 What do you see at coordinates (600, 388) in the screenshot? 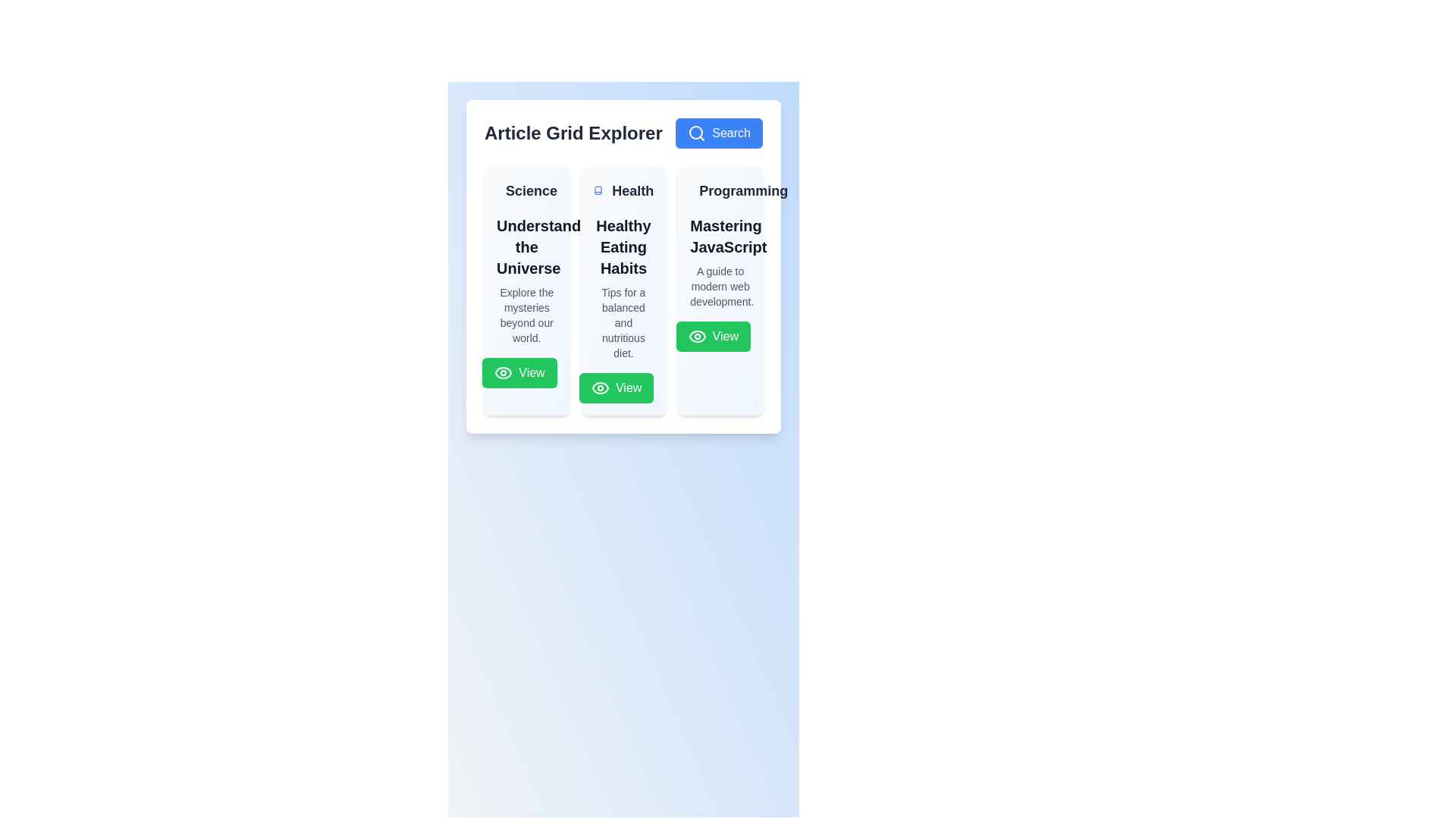
I see `outer frame of the eye icon SVG graphic element using developer tools` at bounding box center [600, 388].